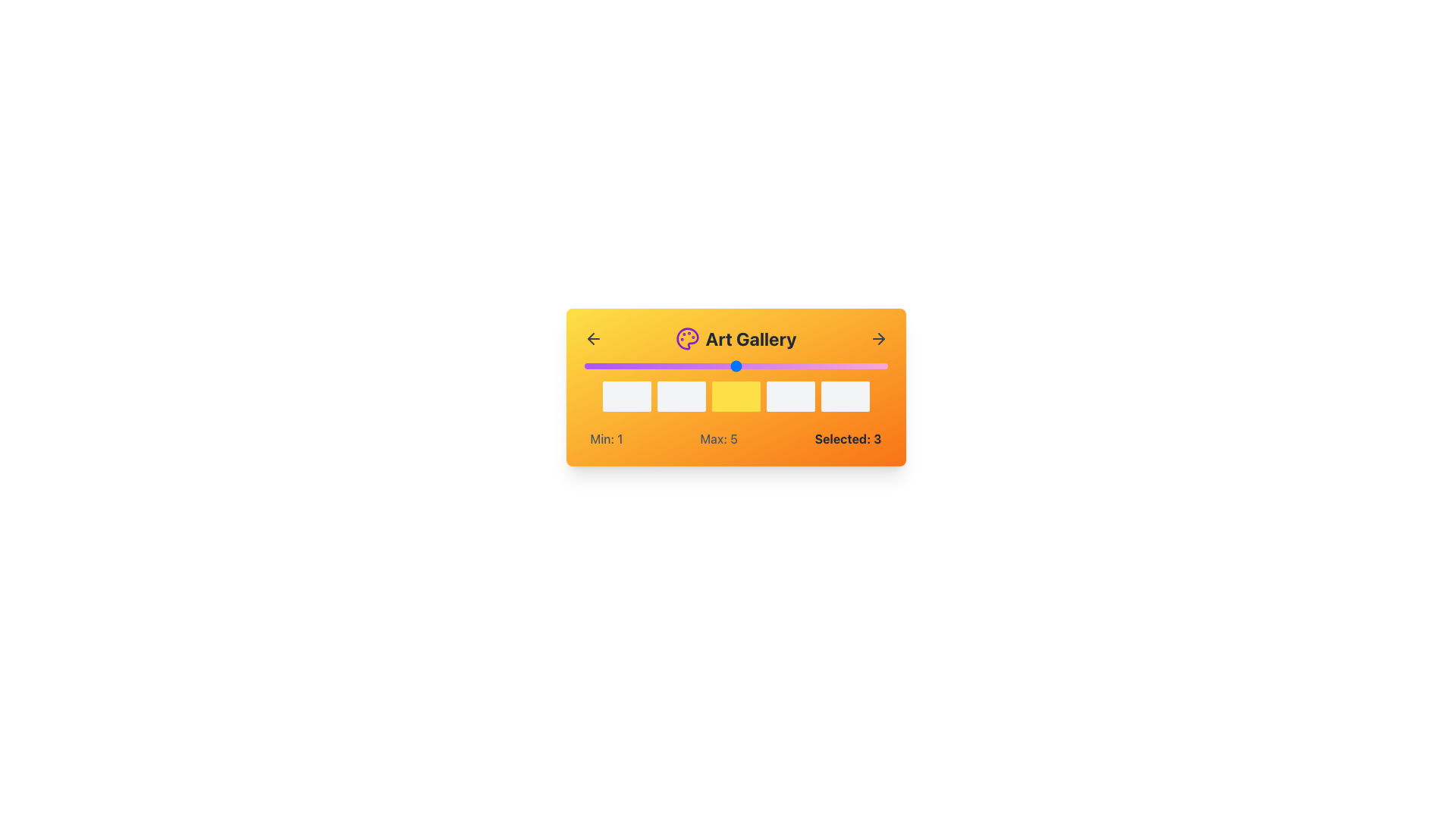 The width and height of the screenshot is (1456, 819). What do you see at coordinates (592, 338) in the screenshot?
I see `the left-pointing arrow icon, which is dark gray and 24x24 pixels in size, located to the left of the title 'Art Gallery'` at bounding box center [592, 338].